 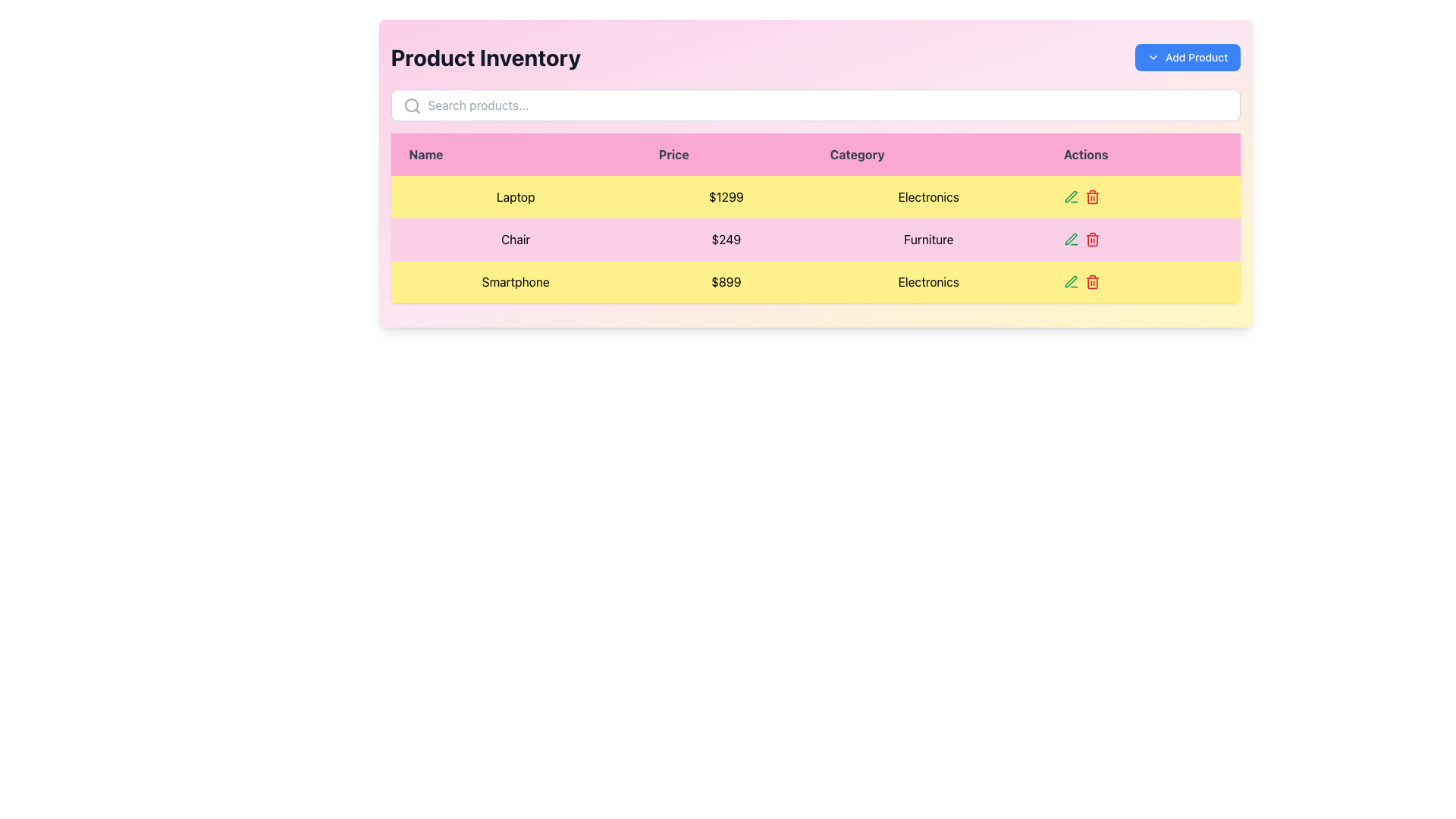 I want to click on the green pen icon in the 'Actions' column of the first row of the table, so click(x=1070, y=239).